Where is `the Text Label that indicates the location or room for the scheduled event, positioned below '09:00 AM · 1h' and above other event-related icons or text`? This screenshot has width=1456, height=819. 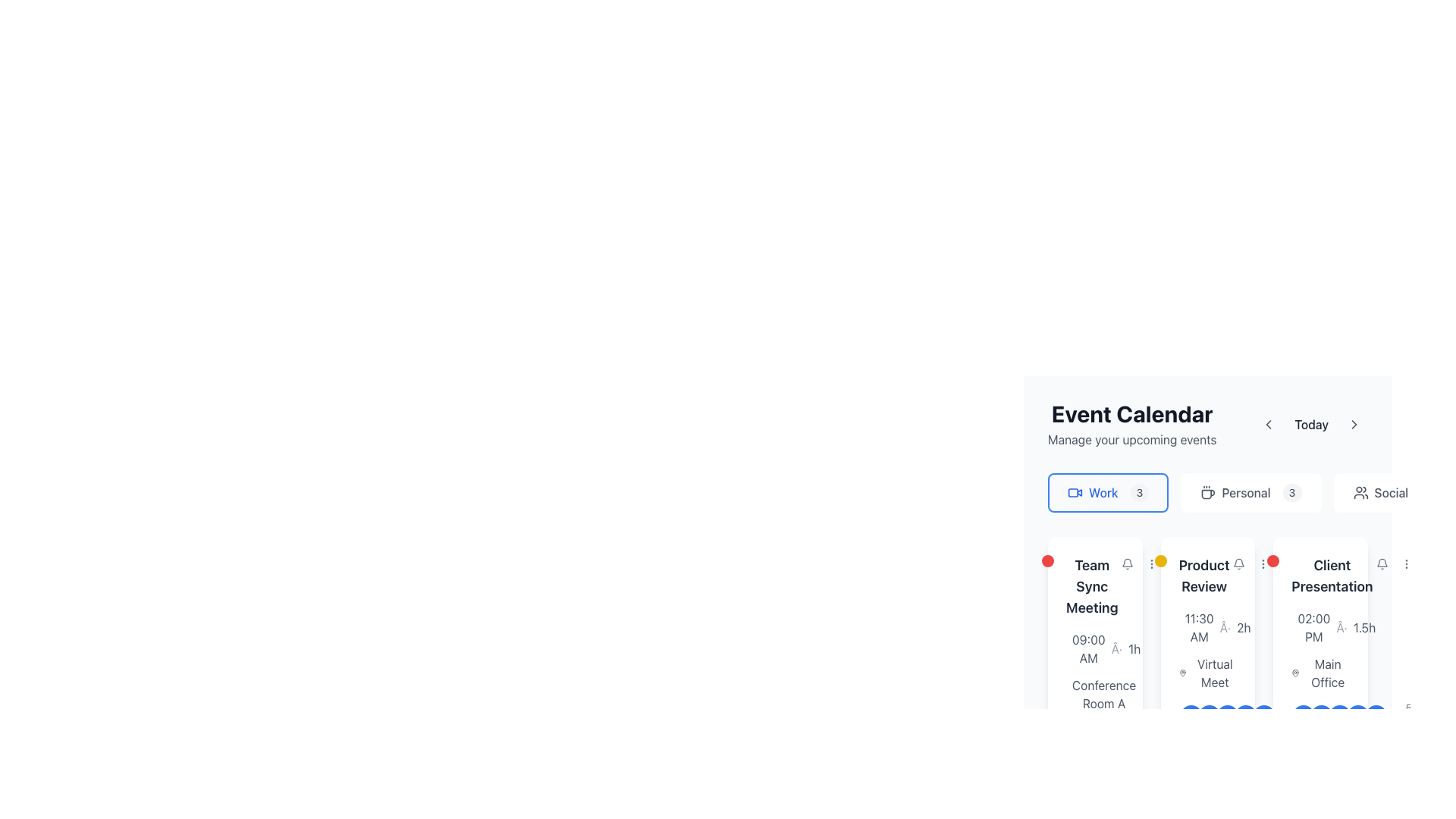 the Text Label that indicates the location or room for the scheduled event, positioned below '09:00 AM · 1h' and above other event-related icons or text is located at coordinates (1095, 694).